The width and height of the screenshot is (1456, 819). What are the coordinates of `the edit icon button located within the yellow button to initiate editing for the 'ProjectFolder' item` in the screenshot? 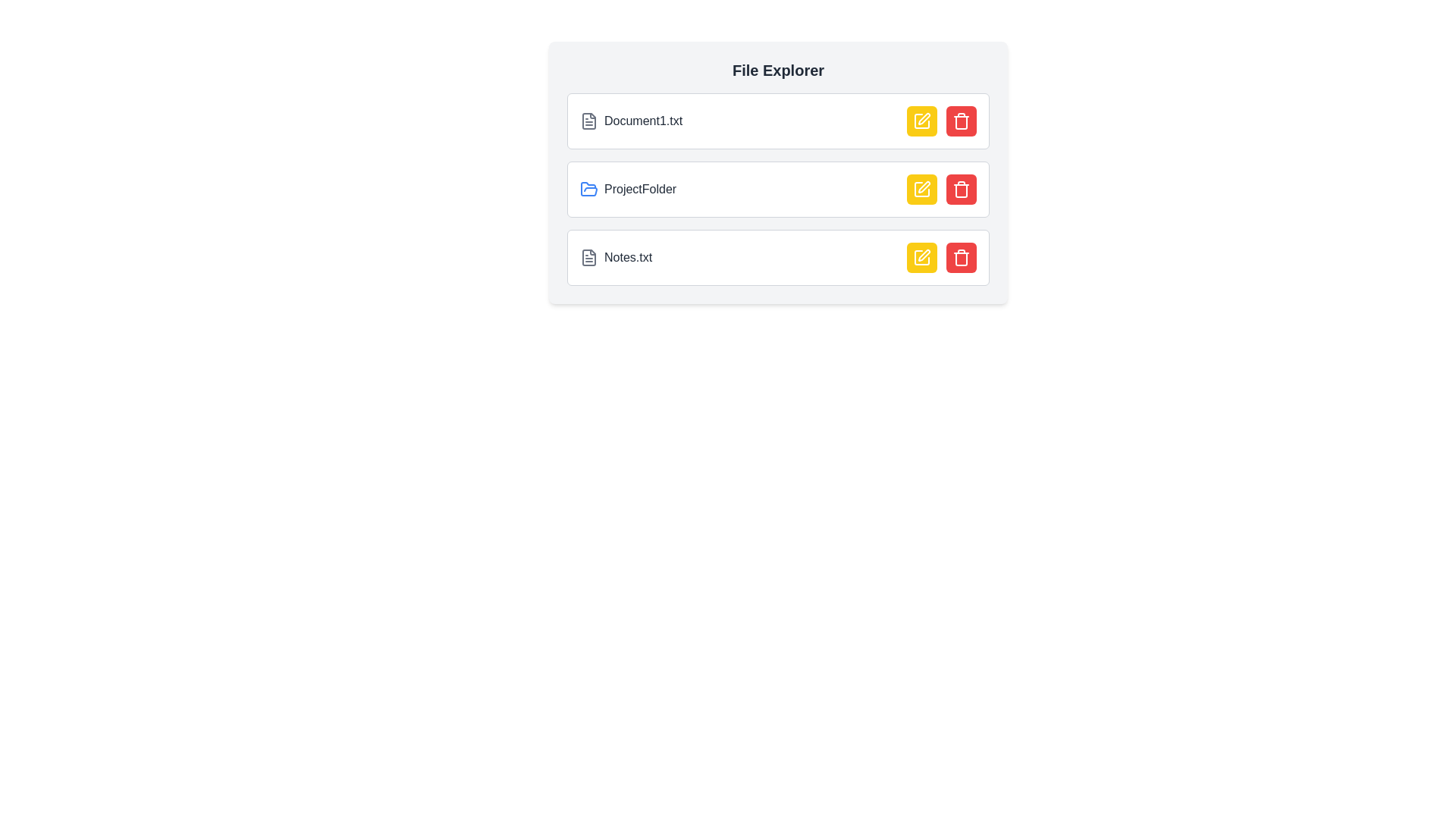 It's located at (921, 189).